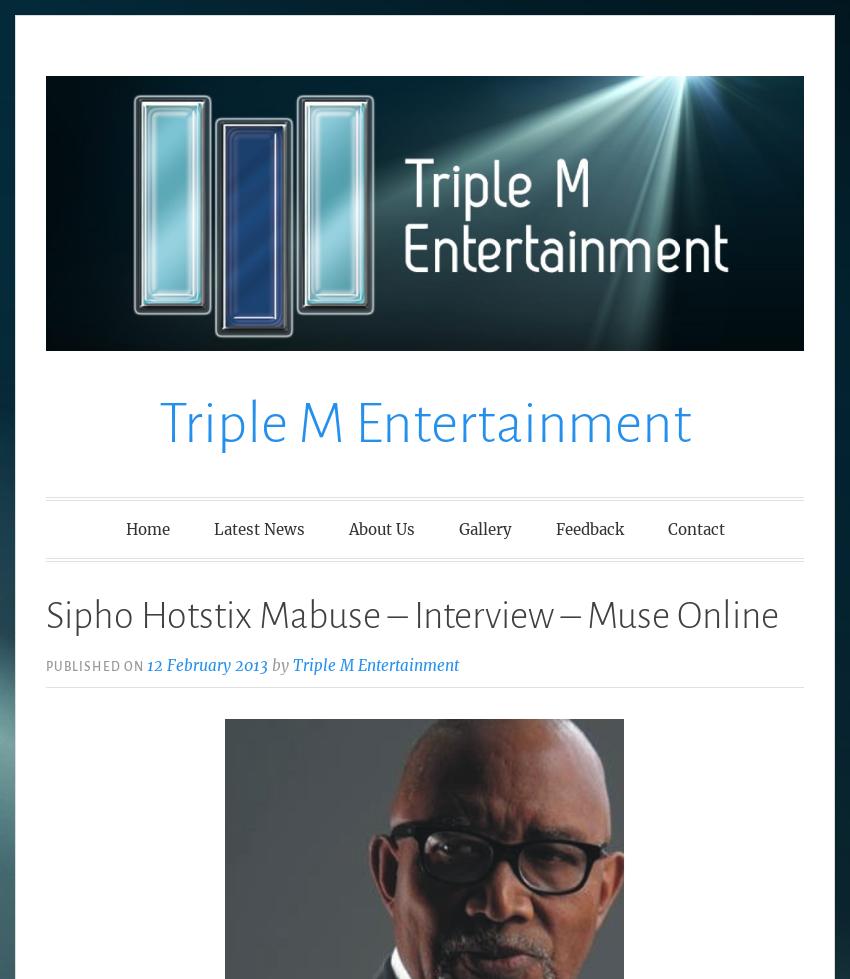 The width and height of the screenshot is (850, 979). Describe the element at coordinates (694, 527) in the screenshot. I see `'Contact'` at that location.